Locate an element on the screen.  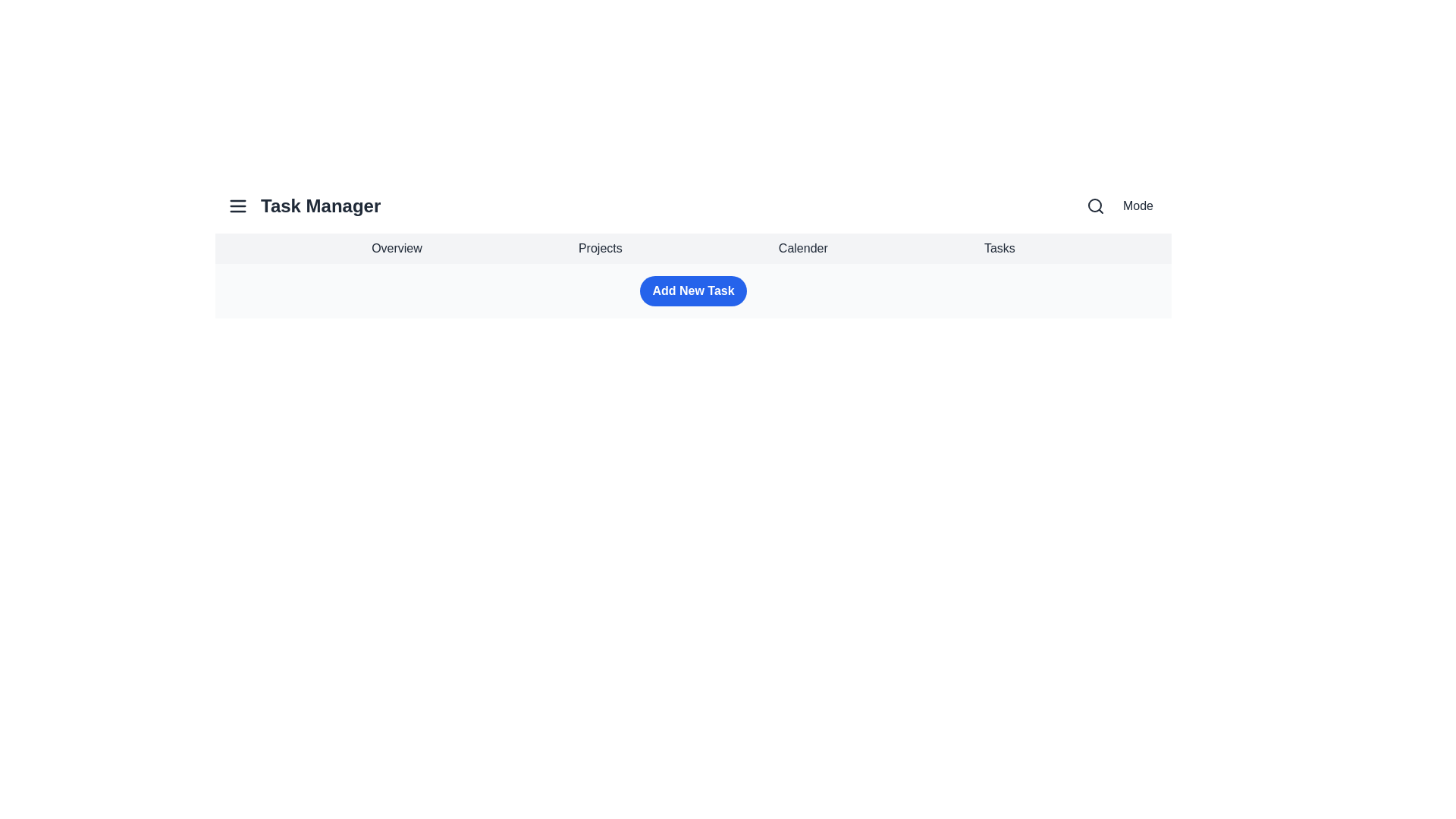
the search icon to initiate the search is located at coordinates (1095, 206).